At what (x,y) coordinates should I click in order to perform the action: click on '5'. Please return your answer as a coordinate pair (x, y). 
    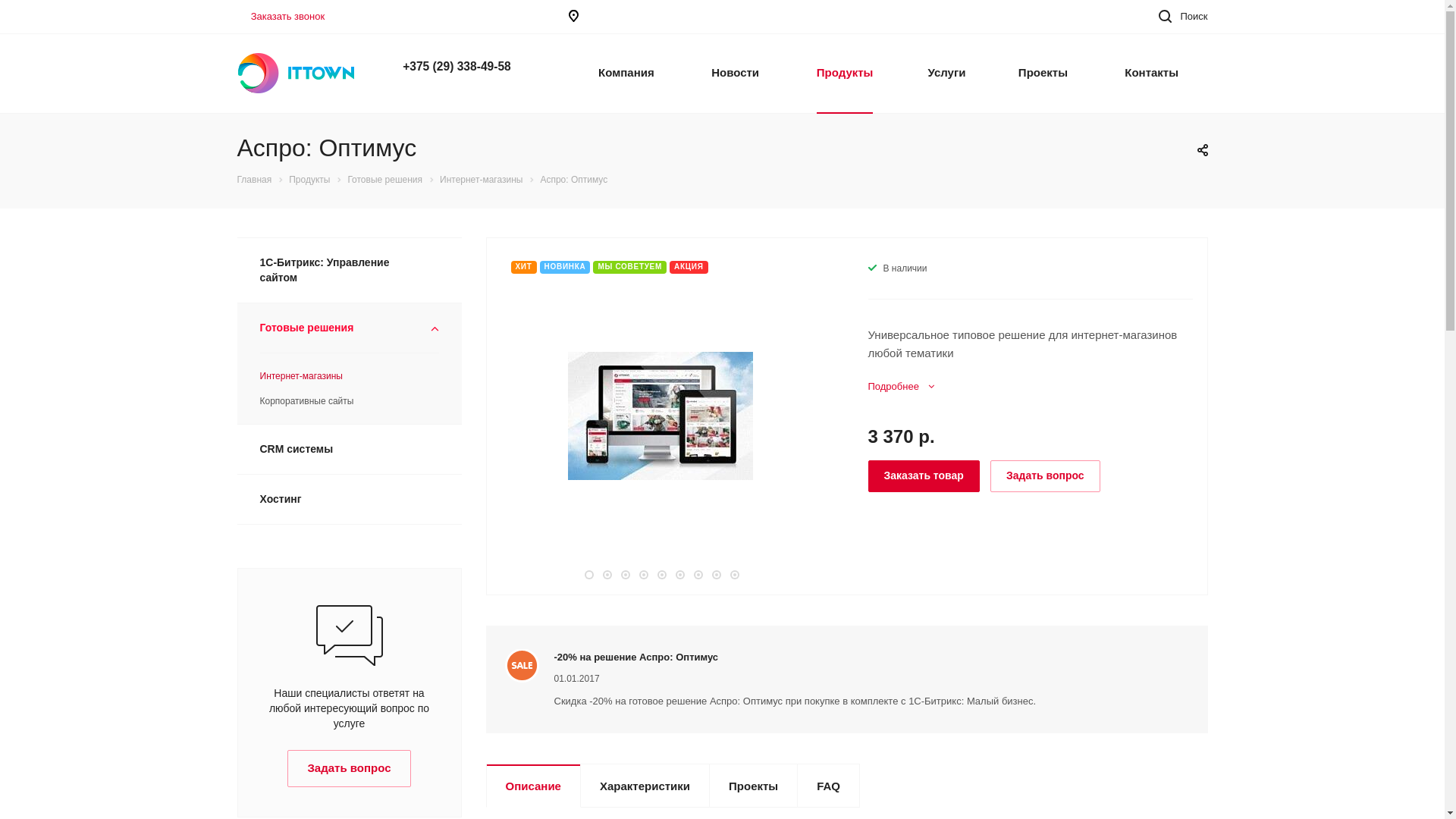
    Looking at the image, I should click on (661, 575).